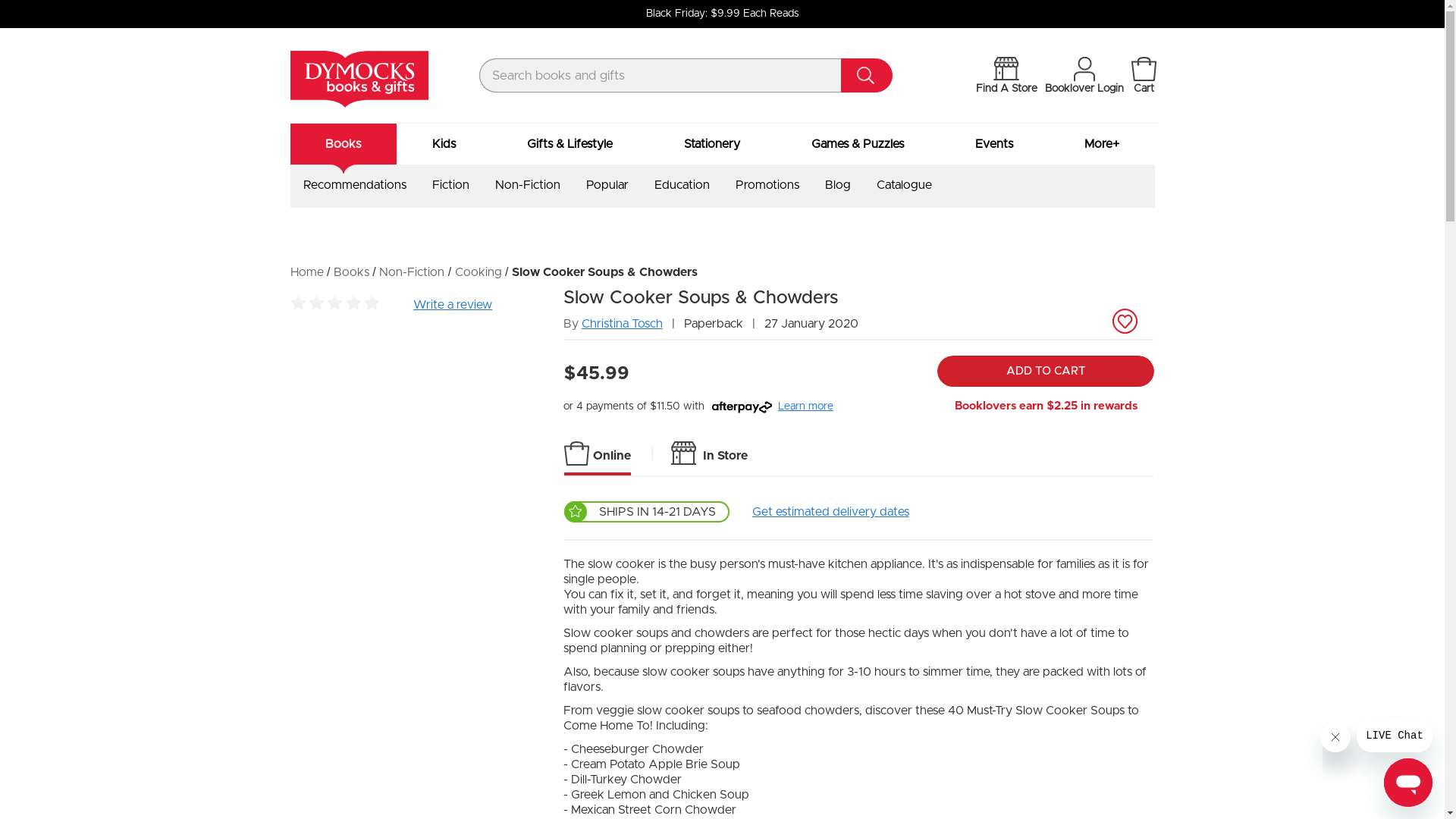 The height and width of the screenshot is (819, 1456). I want to click on 'In Store', so click(670, 453).